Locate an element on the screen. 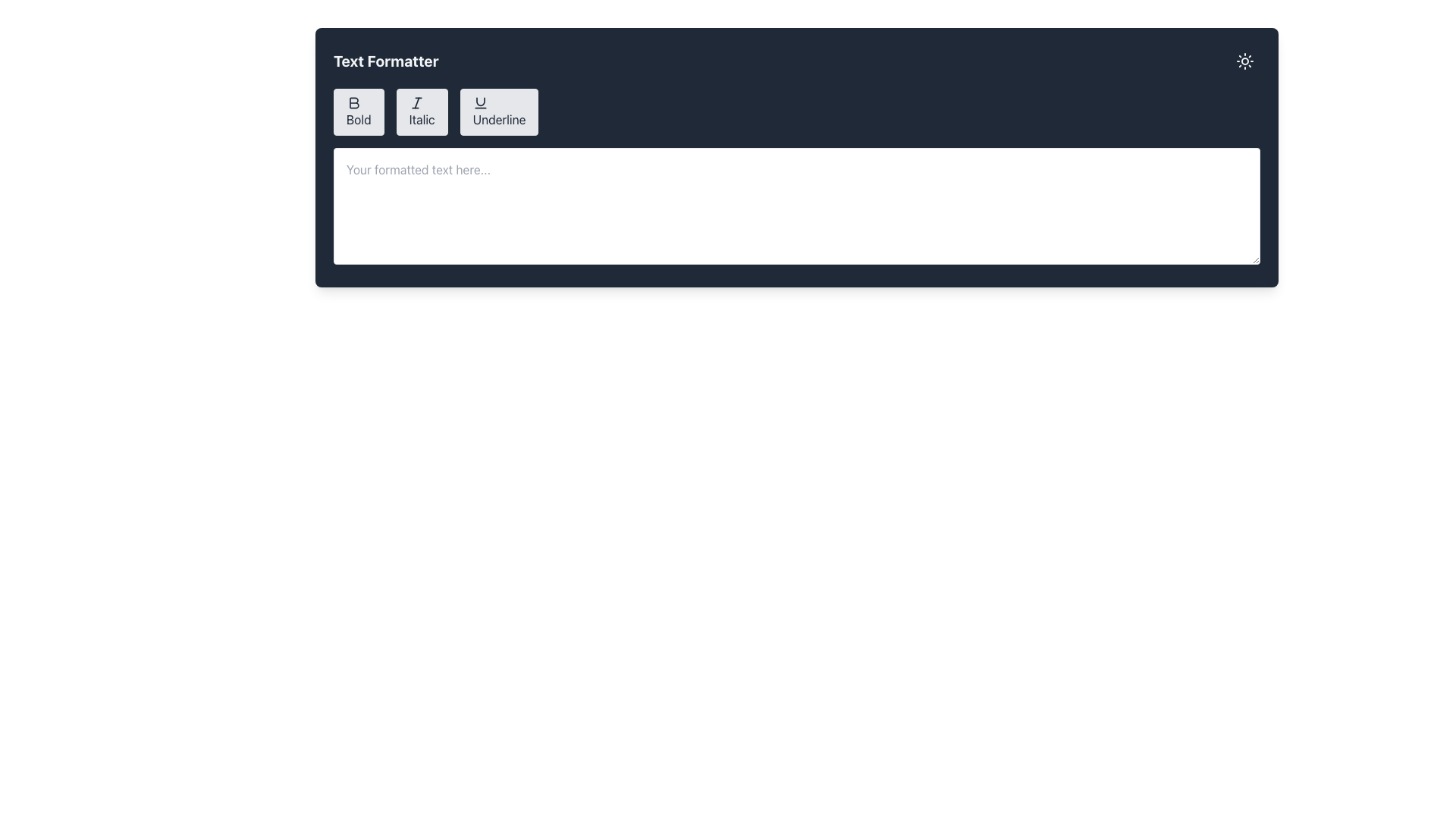 This screenshot has width=1456, height=819. the curved line icon within the 'Underline' icon in the toolbar above the text formatting area is located at coordinates (479, 102).